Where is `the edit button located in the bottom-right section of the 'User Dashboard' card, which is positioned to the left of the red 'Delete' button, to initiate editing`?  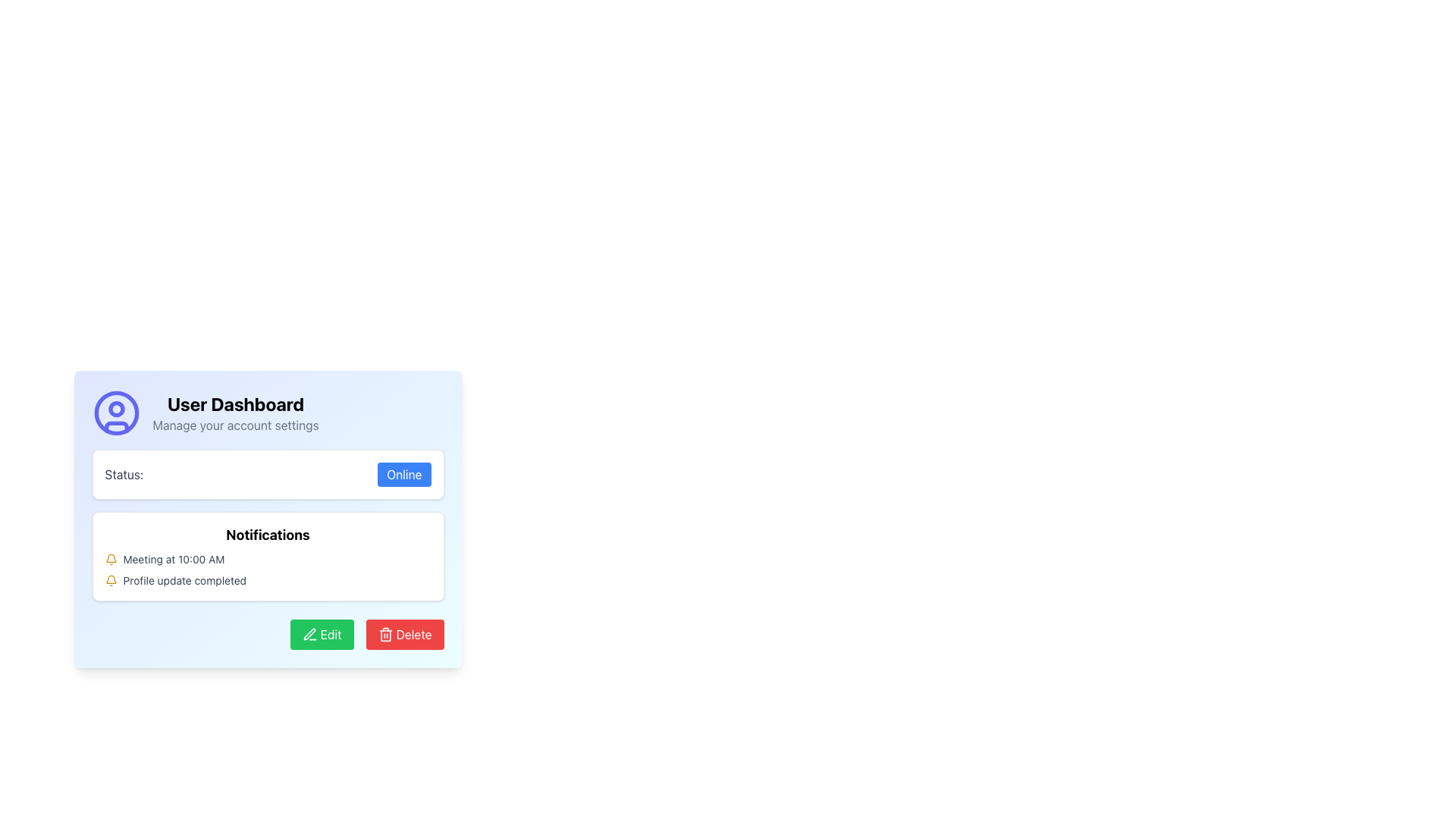 the edit button located in the bottom-right section of the 'User Dashboard' card, which is positioned to the left of the red 'Delete' button, to initiate editing is located at coordinates (321, 635).